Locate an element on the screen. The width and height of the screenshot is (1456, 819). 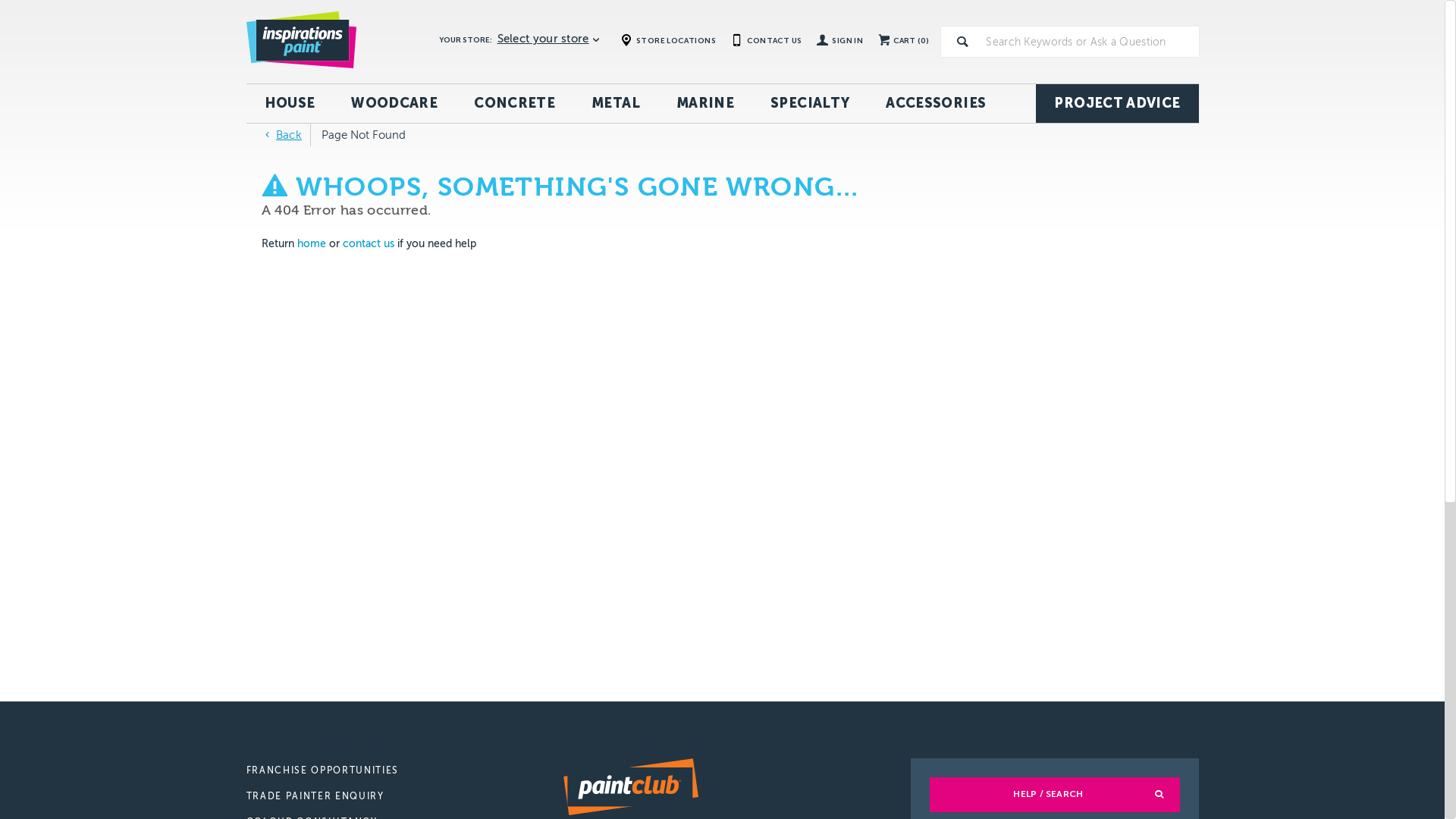
'HOUSE' is located at coordinates (289, 102).